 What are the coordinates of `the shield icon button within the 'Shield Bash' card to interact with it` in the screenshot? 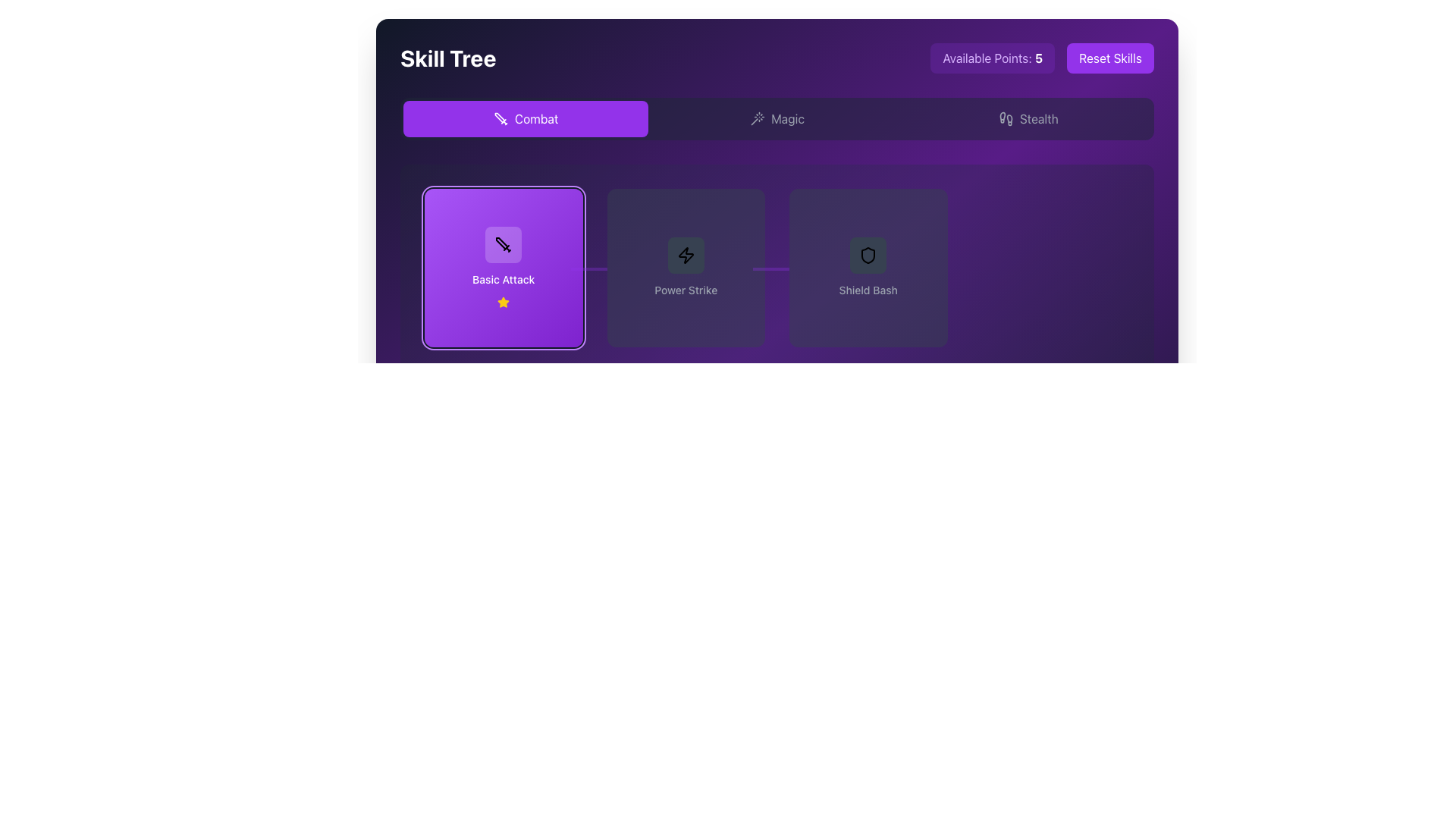 It's located at (868, 255).